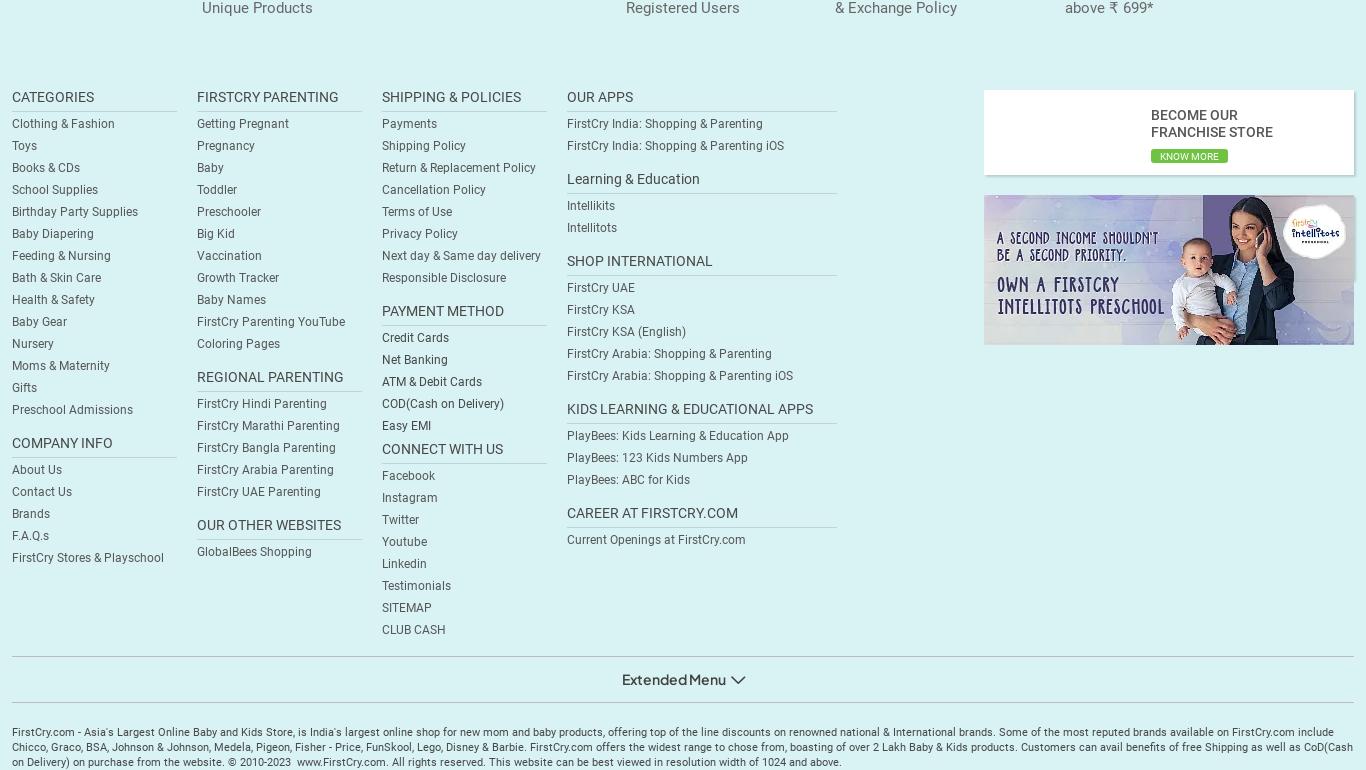  I want to click on 'OUR OTHER WEBSITES', so click(268, 523).